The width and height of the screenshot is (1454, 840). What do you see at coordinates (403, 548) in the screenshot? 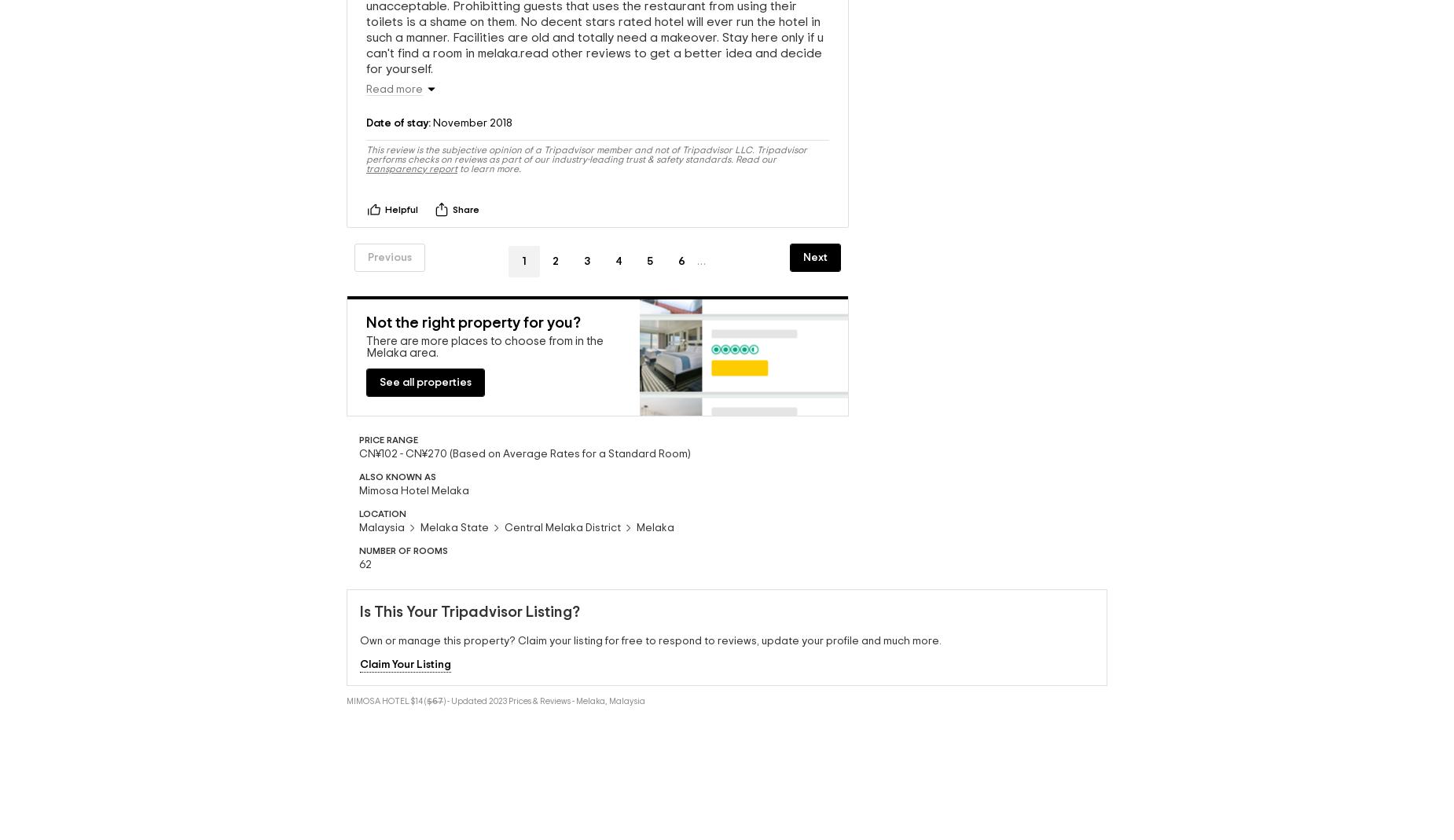
I see `'NUMBER OF ROOMS'` at bounding box center [403, 548].